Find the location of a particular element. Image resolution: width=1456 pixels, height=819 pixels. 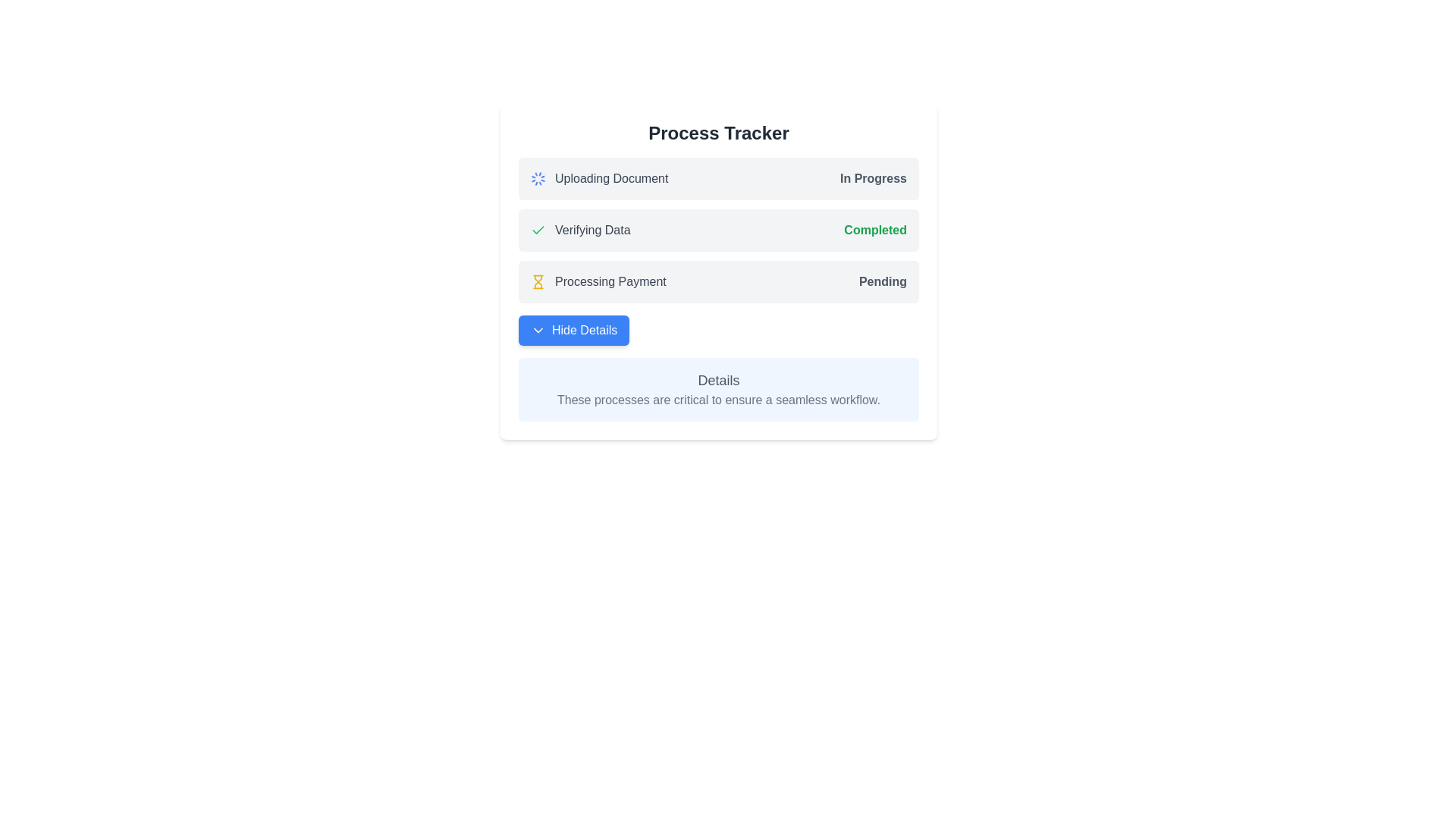

the Status indicator with progress information displaying 'Uploading Document' and 'In Progress' in the Process Tracker interface is located at coordinates (718, 177).